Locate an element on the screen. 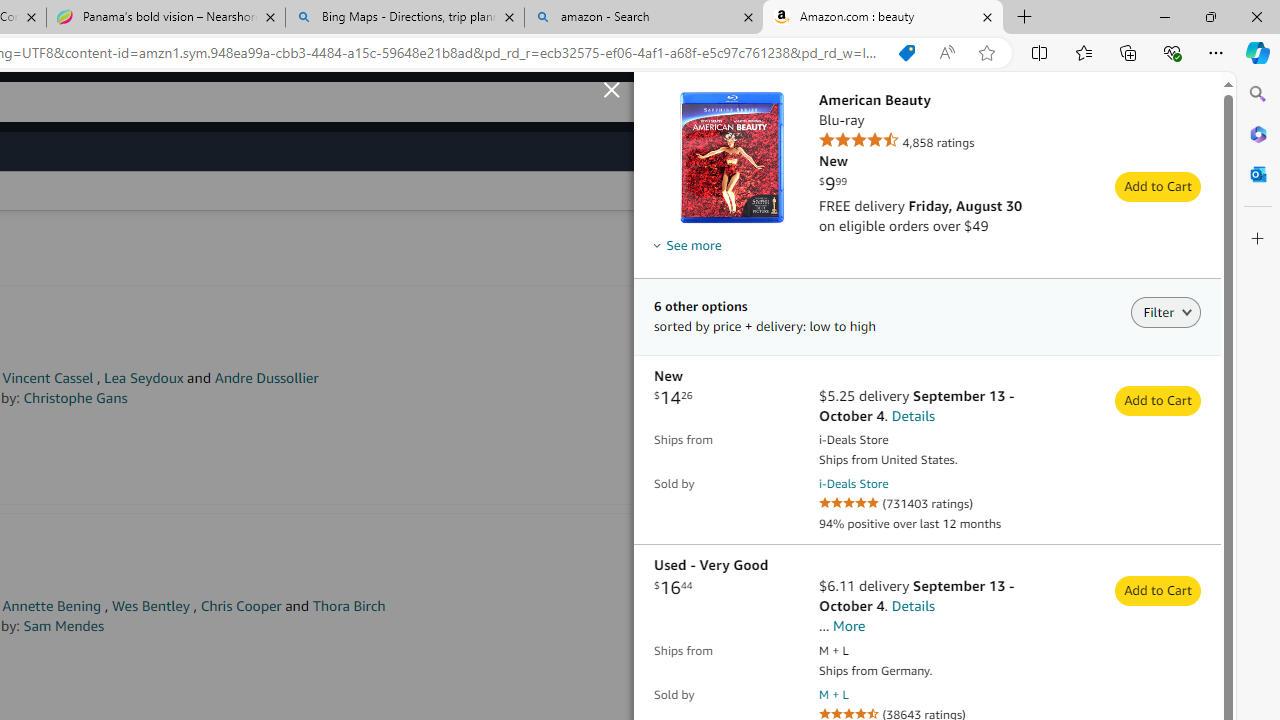  'Amazon.com : beauty' is located at coordinates (882, 17).